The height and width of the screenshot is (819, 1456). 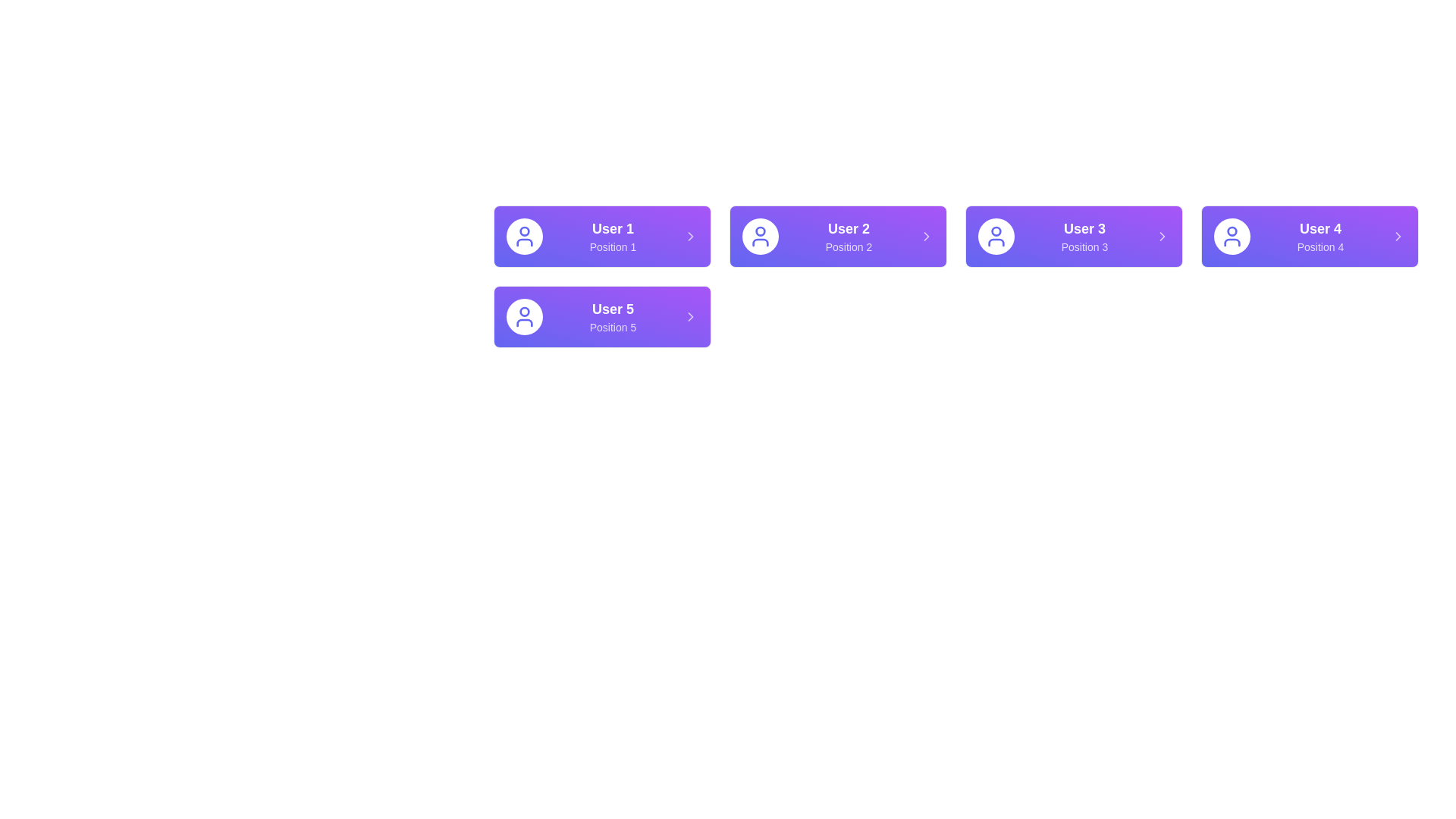 I want to click on the highly stylized user profile icon, which is indigo and circular, so click(x=761, y=237).